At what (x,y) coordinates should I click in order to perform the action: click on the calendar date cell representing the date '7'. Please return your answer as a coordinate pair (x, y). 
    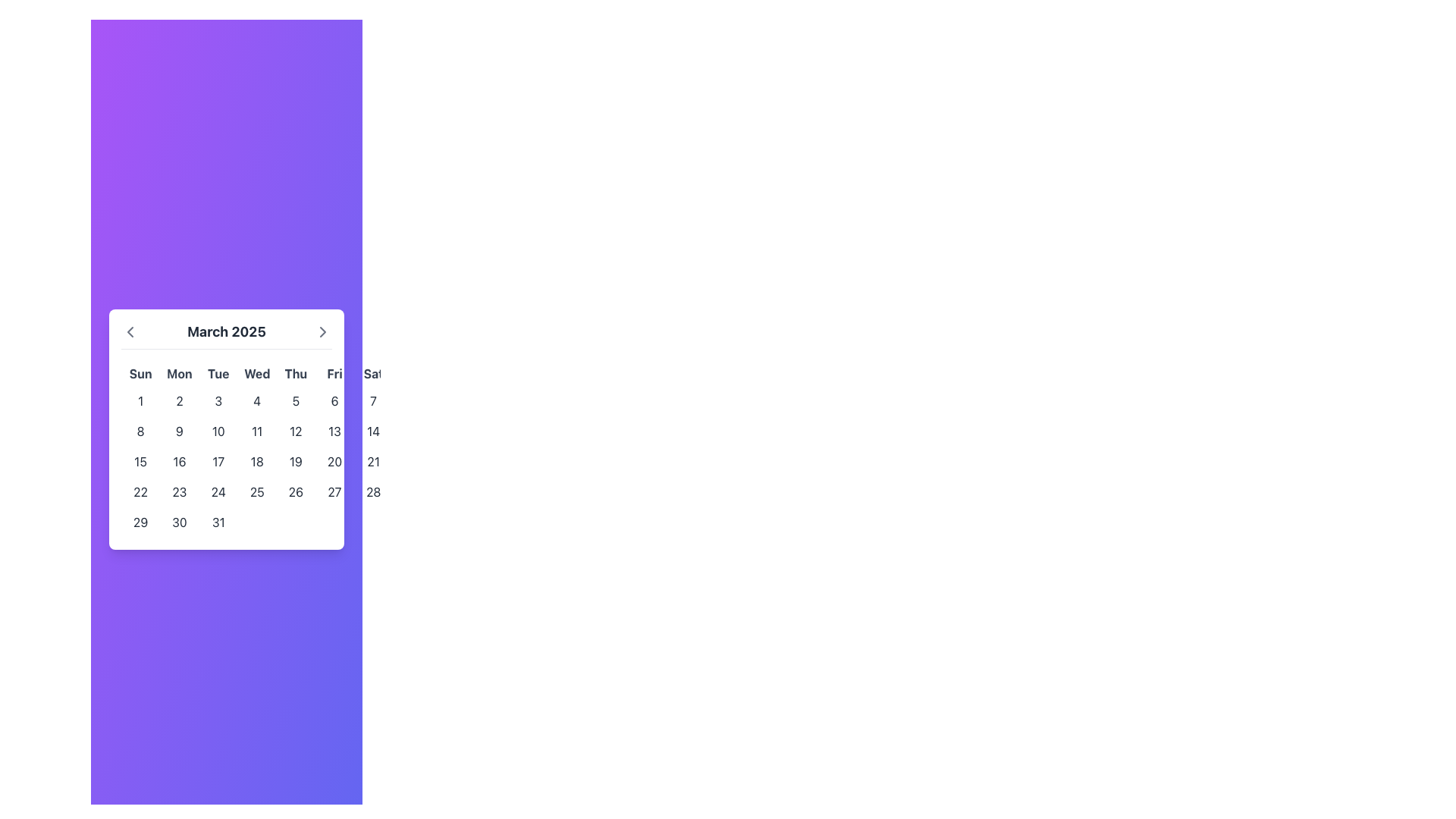
    Looking at the image, I should click on (373, 400).